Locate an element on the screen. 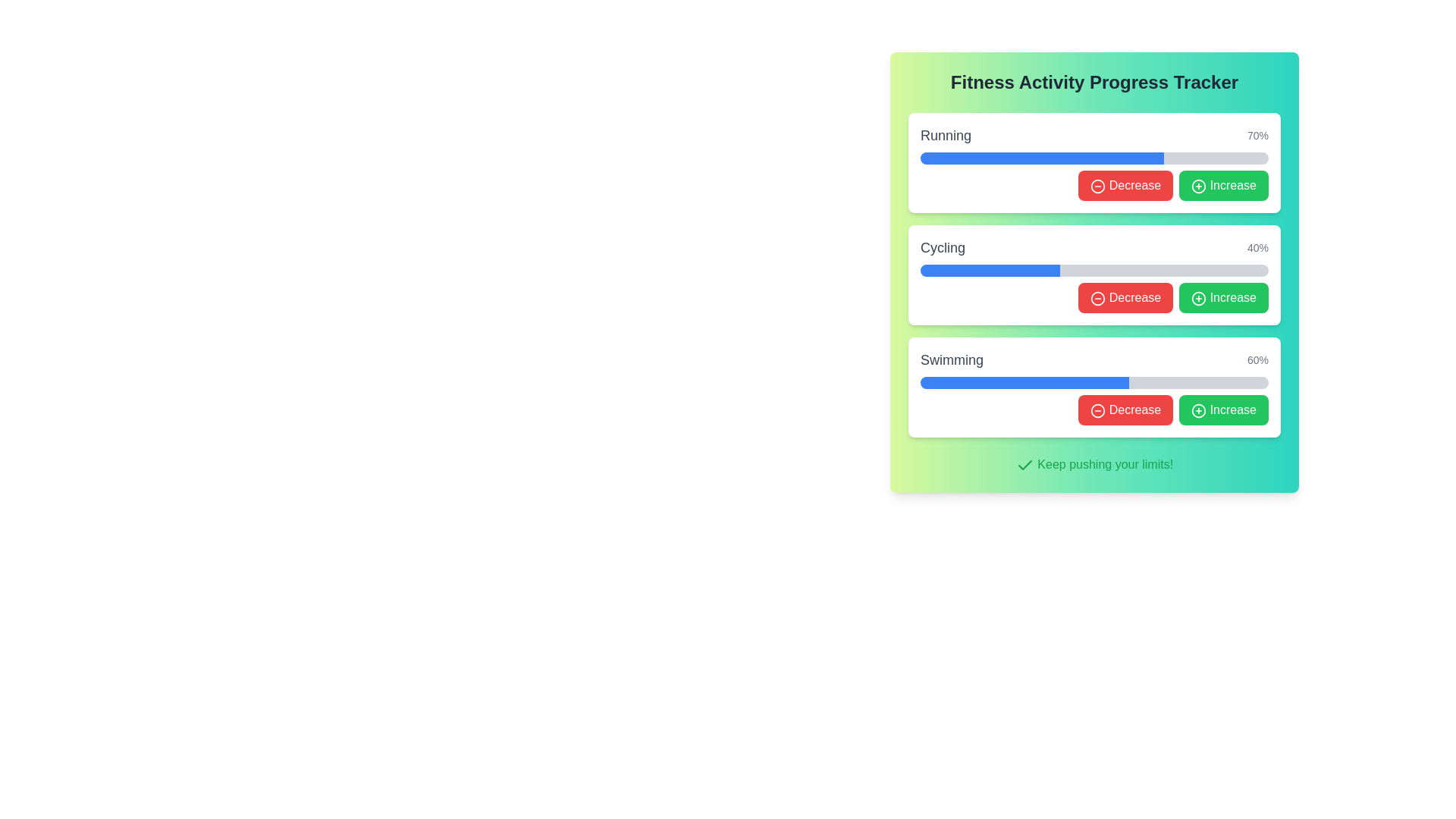  the progress for cycling activity is located at coordinates (922, 270).